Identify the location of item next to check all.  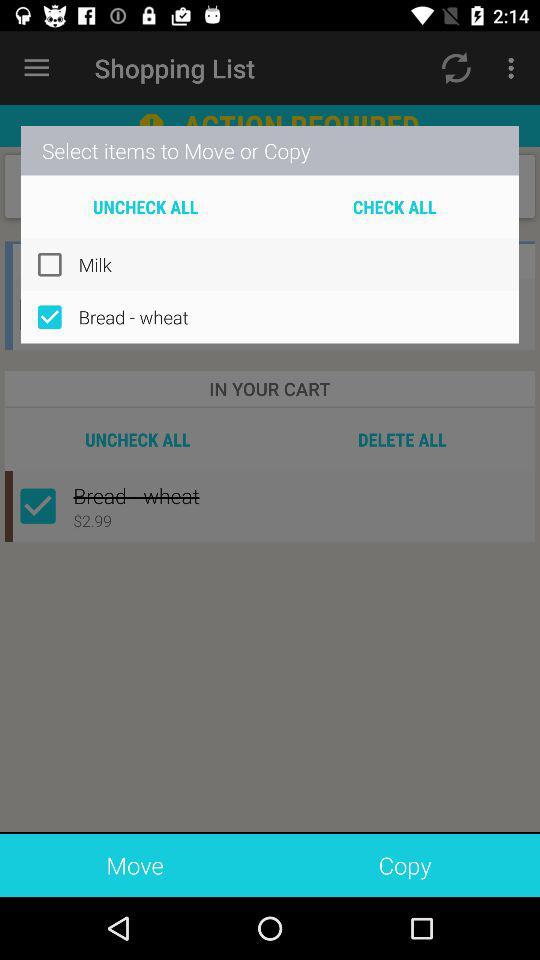
(144, 206).